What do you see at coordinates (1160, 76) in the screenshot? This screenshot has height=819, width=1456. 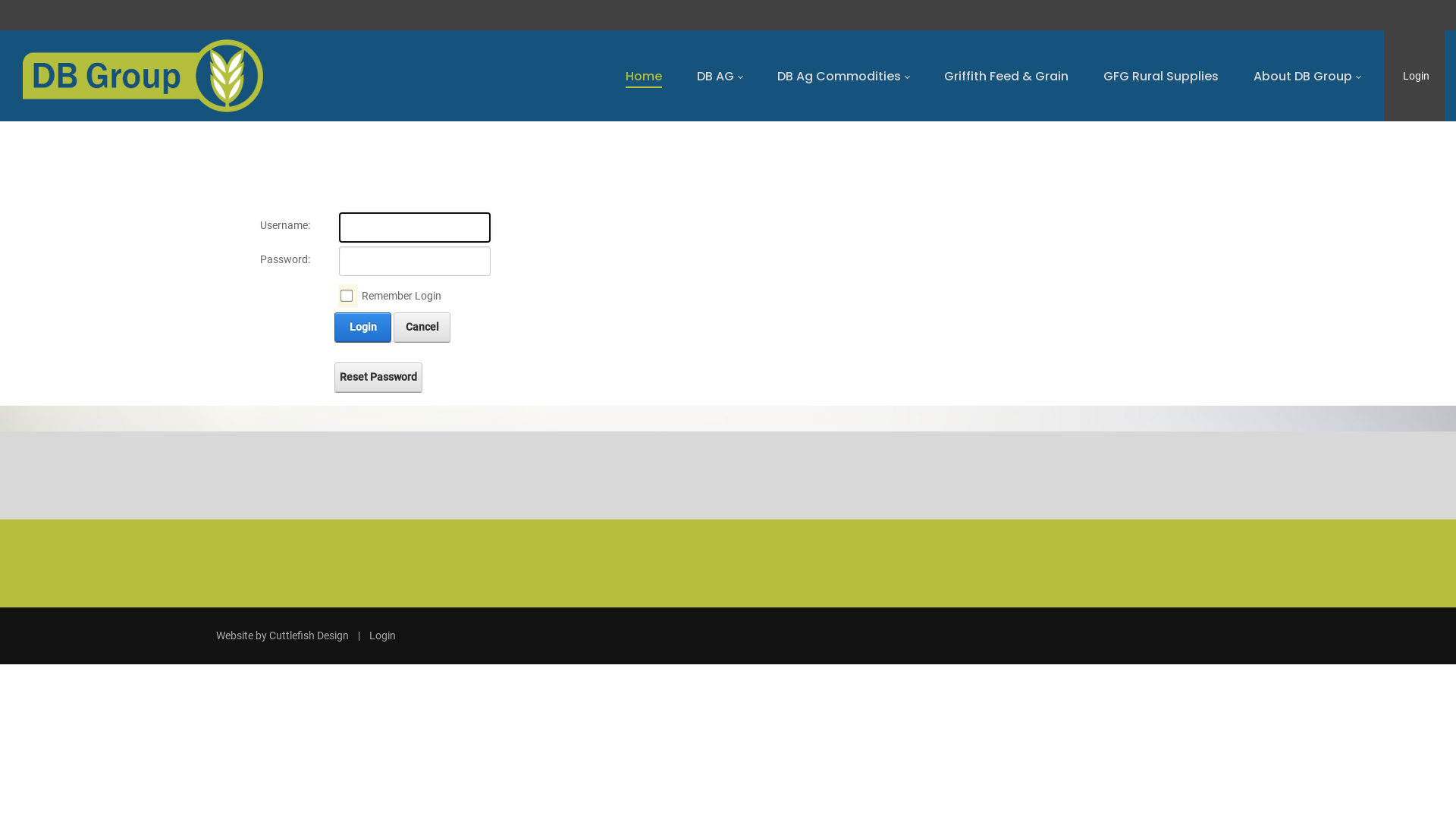 I see `'GFG Rural Supplies'` at bounding box center [1160, 76].